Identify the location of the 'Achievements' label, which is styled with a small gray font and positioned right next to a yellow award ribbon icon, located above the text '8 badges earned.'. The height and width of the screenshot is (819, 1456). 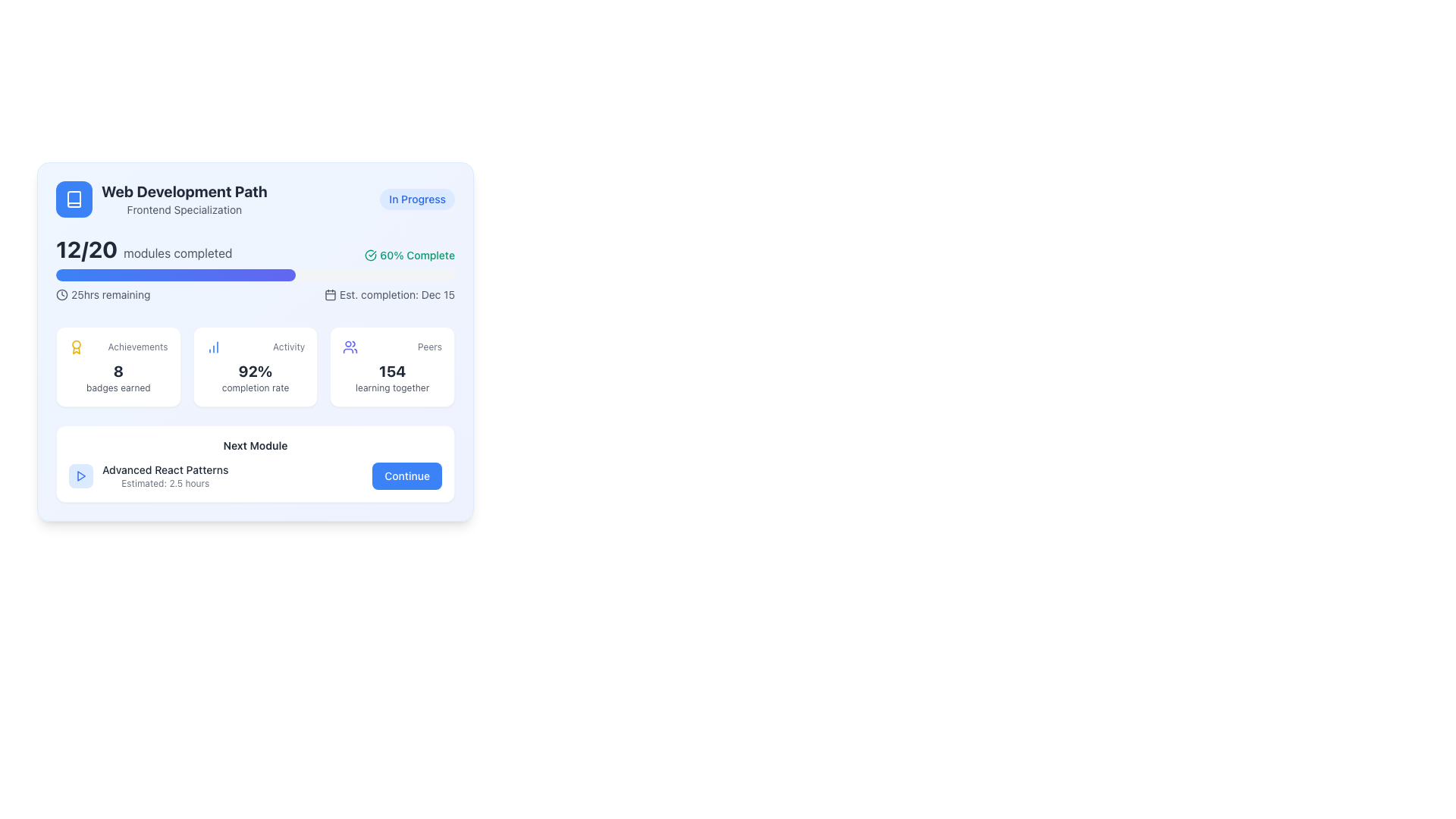
(138, 347).